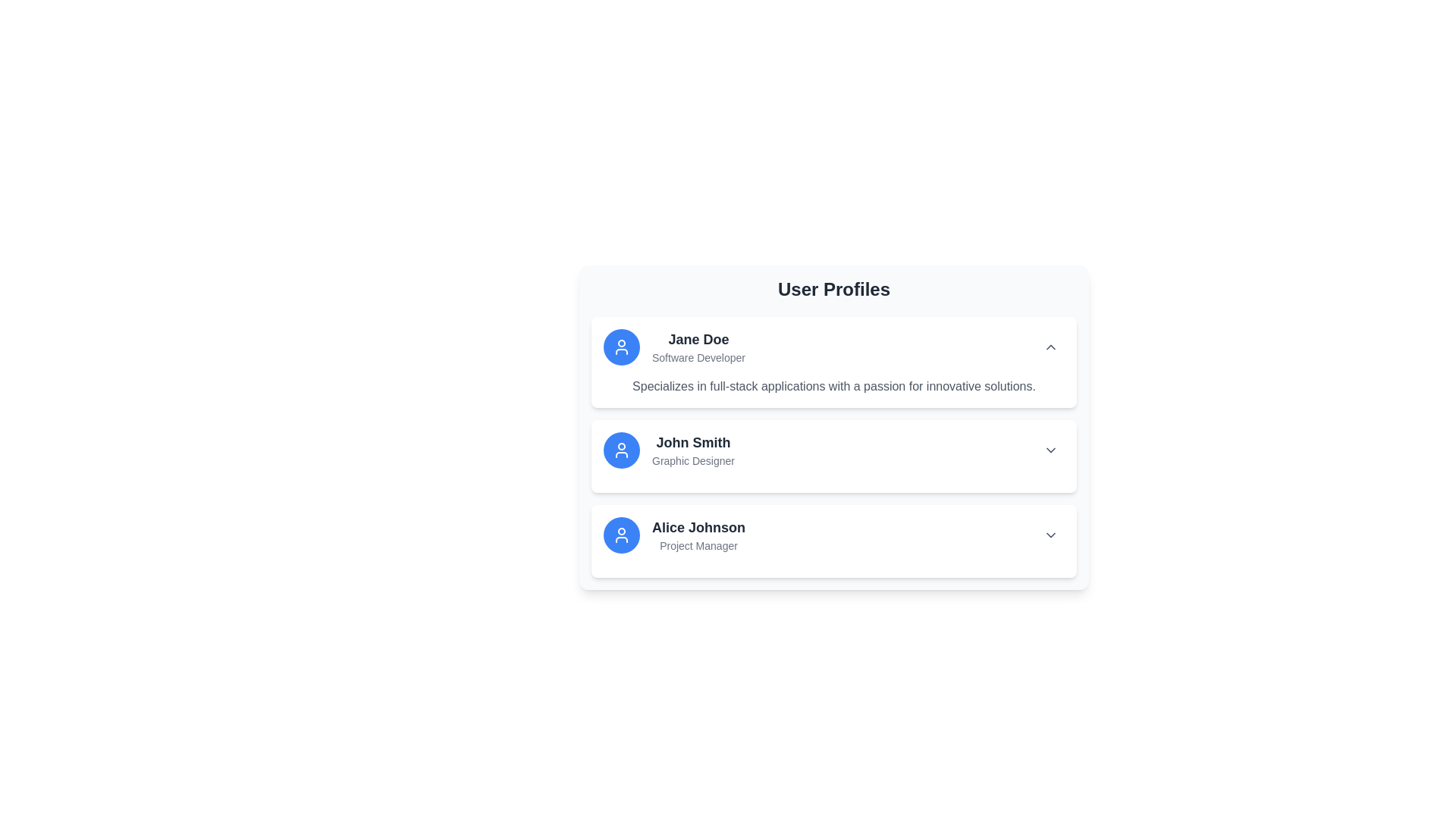 The image size is (1456, 819). I want to click on the text block containing the bold heading 'Jane Doe' and the subheading 'Software Developer' located to the right of the user avatar in the first card of the user profile list, so click(698, 347).